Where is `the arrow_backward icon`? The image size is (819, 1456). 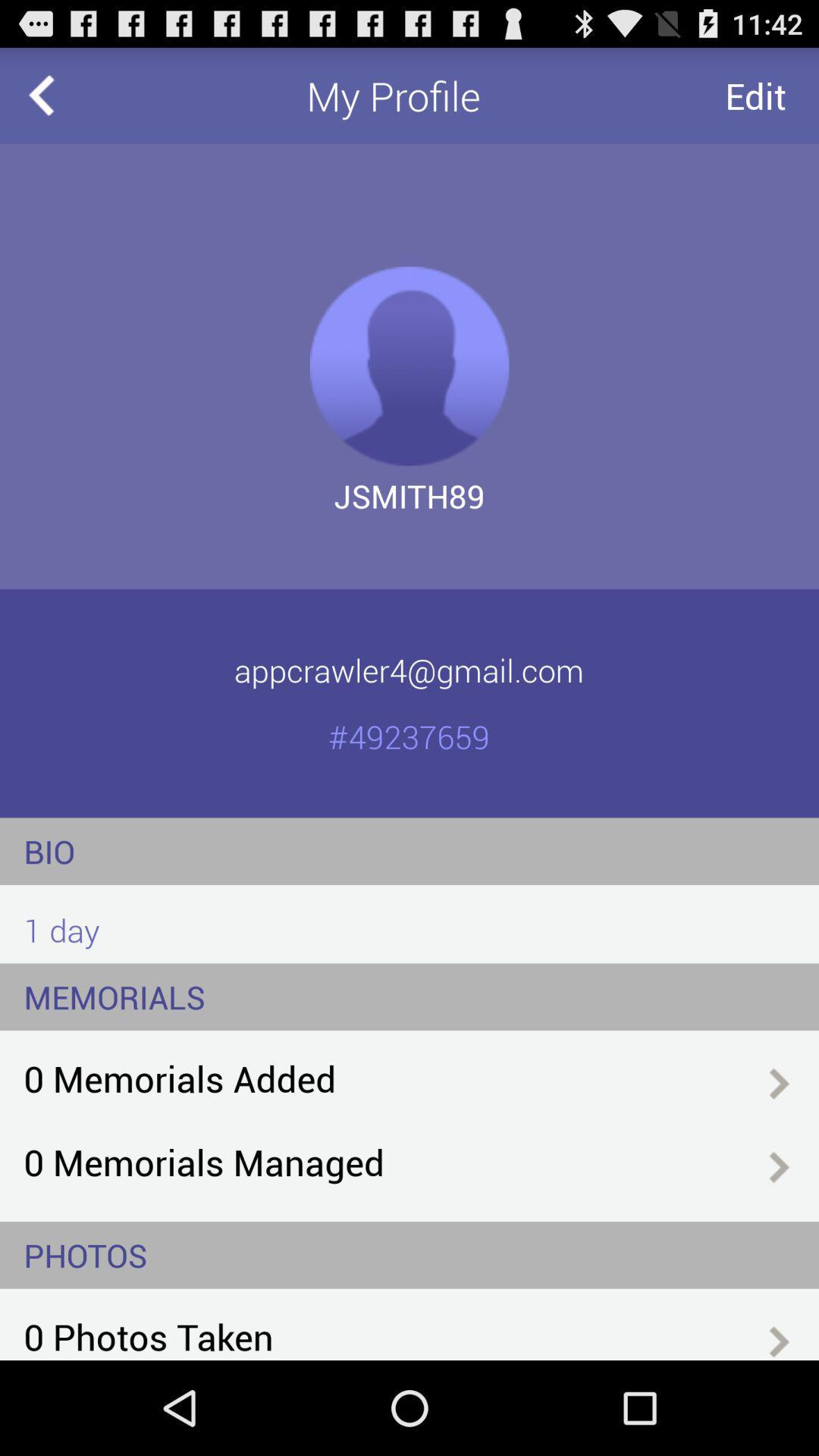 the arrow_backward icon is located at coordinates (46, 101).